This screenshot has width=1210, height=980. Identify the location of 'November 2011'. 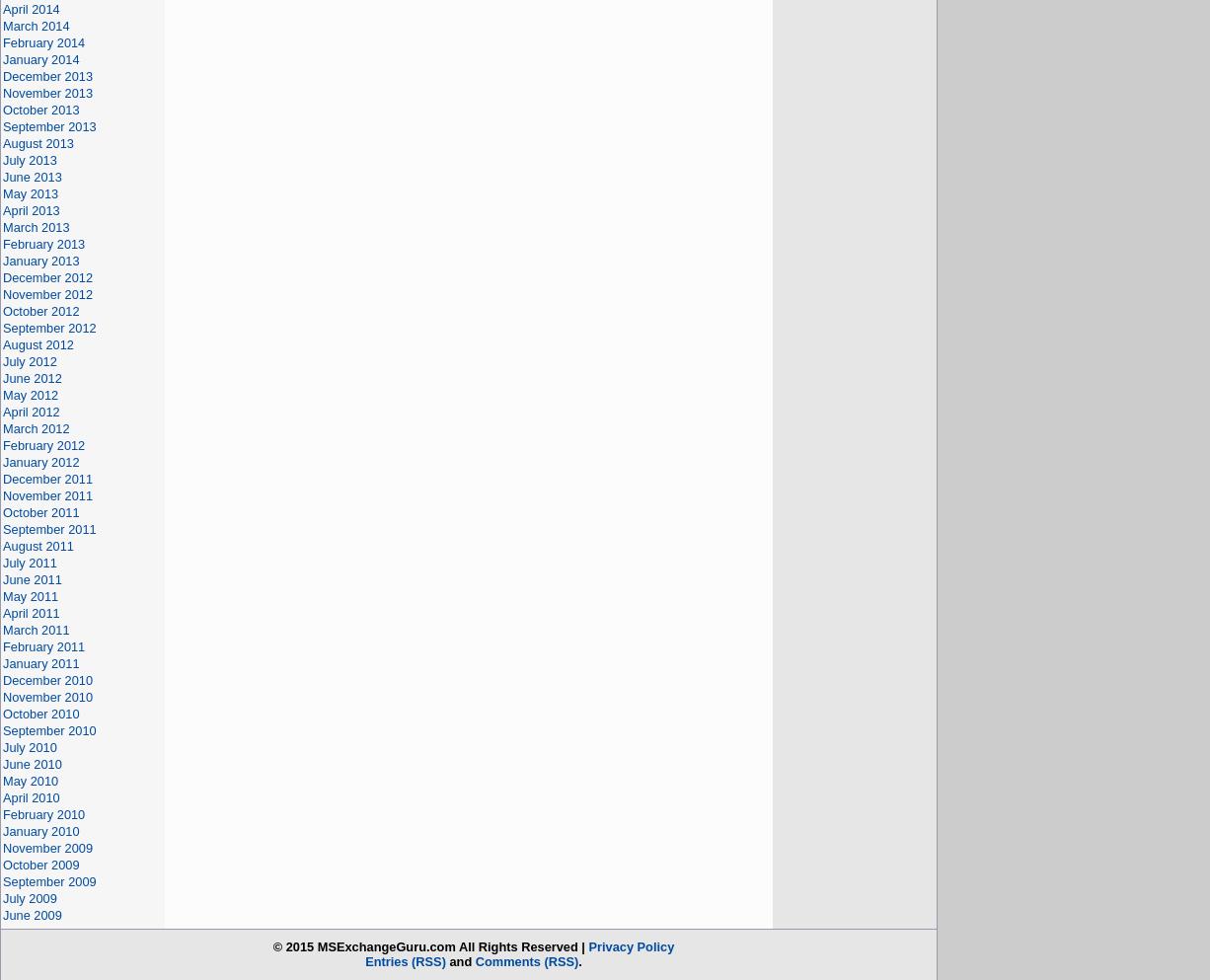
(2, 495).